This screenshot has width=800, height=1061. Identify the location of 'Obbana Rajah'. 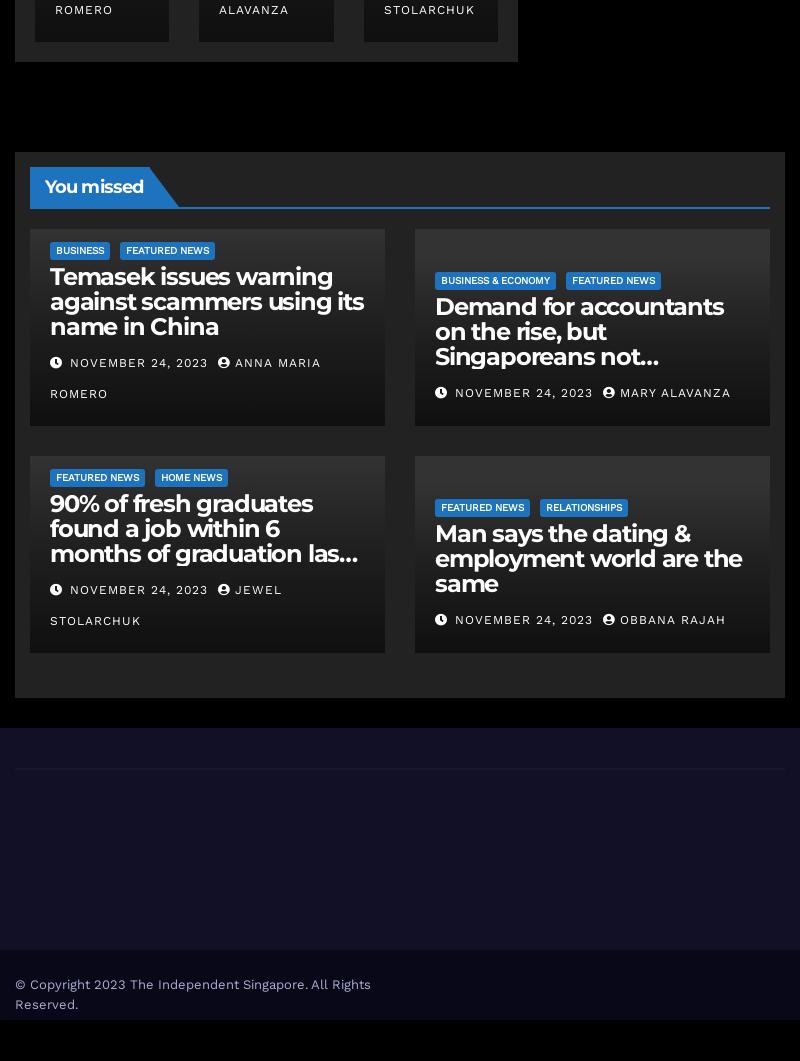
(673, 619).